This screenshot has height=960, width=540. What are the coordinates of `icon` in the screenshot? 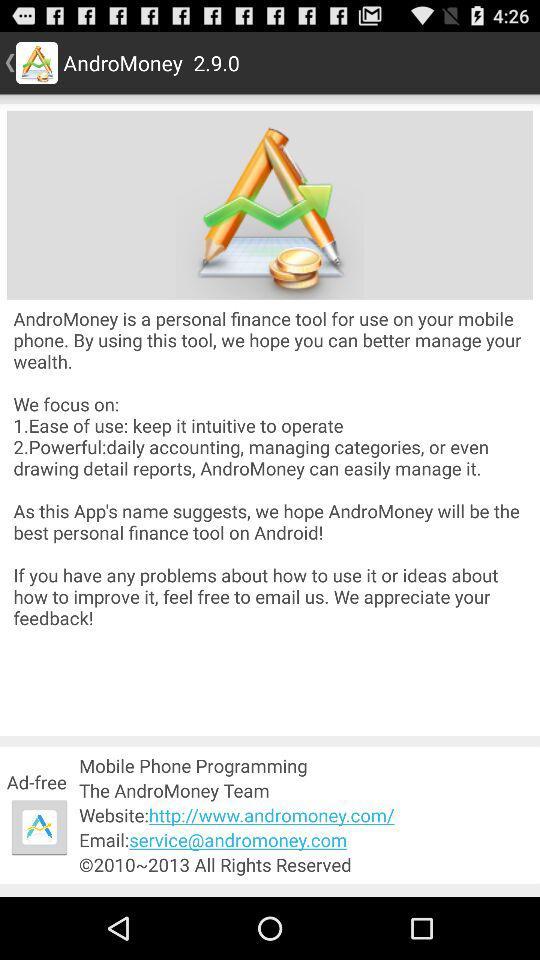 It's located at (270, 205).